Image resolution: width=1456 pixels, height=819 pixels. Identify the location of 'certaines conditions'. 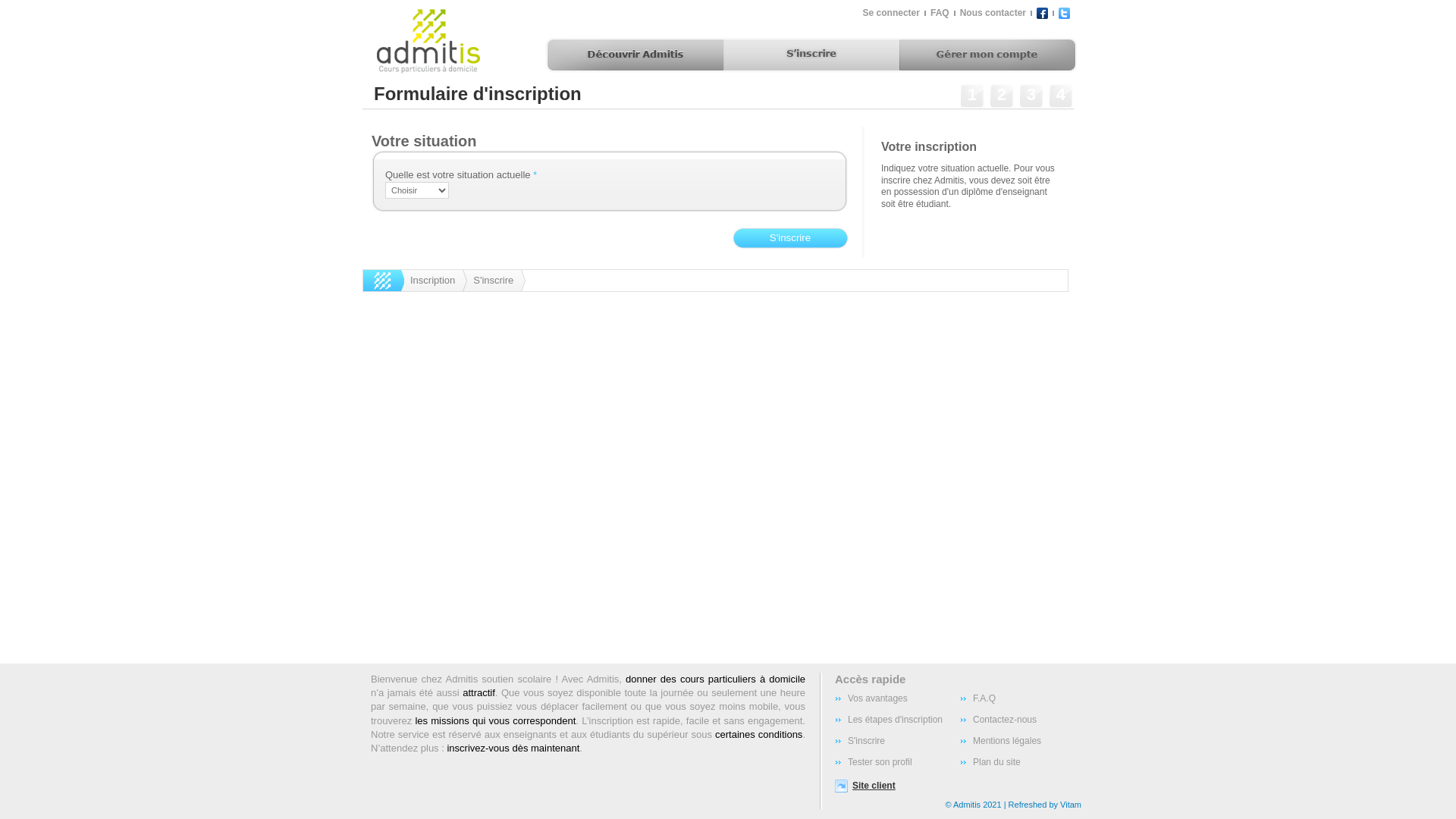
(758, 733).